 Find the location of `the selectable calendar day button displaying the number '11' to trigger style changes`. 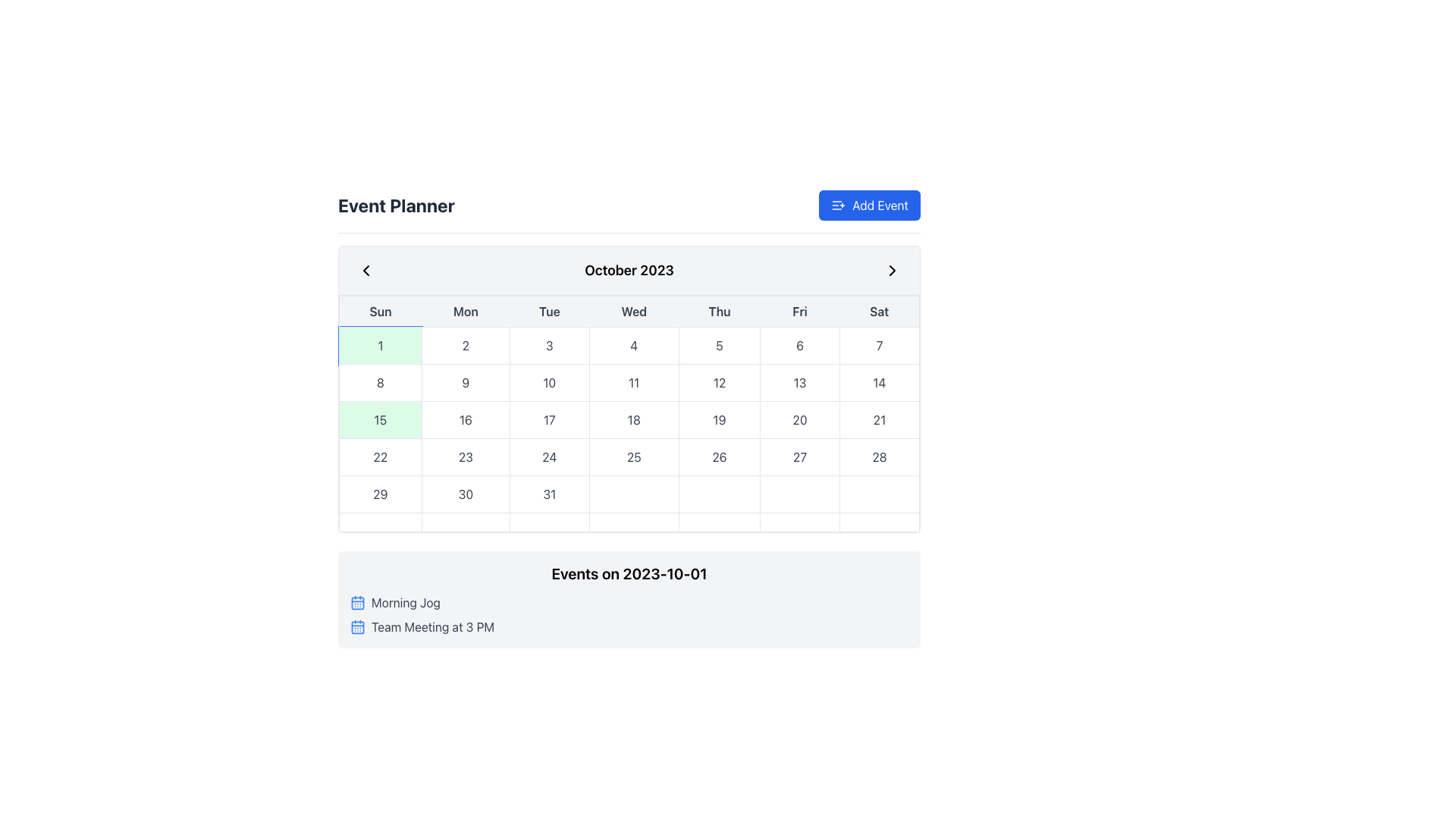

the selectable calendar day button displaying the number '11' to trigger style changes is located at coordinates (634, 382).